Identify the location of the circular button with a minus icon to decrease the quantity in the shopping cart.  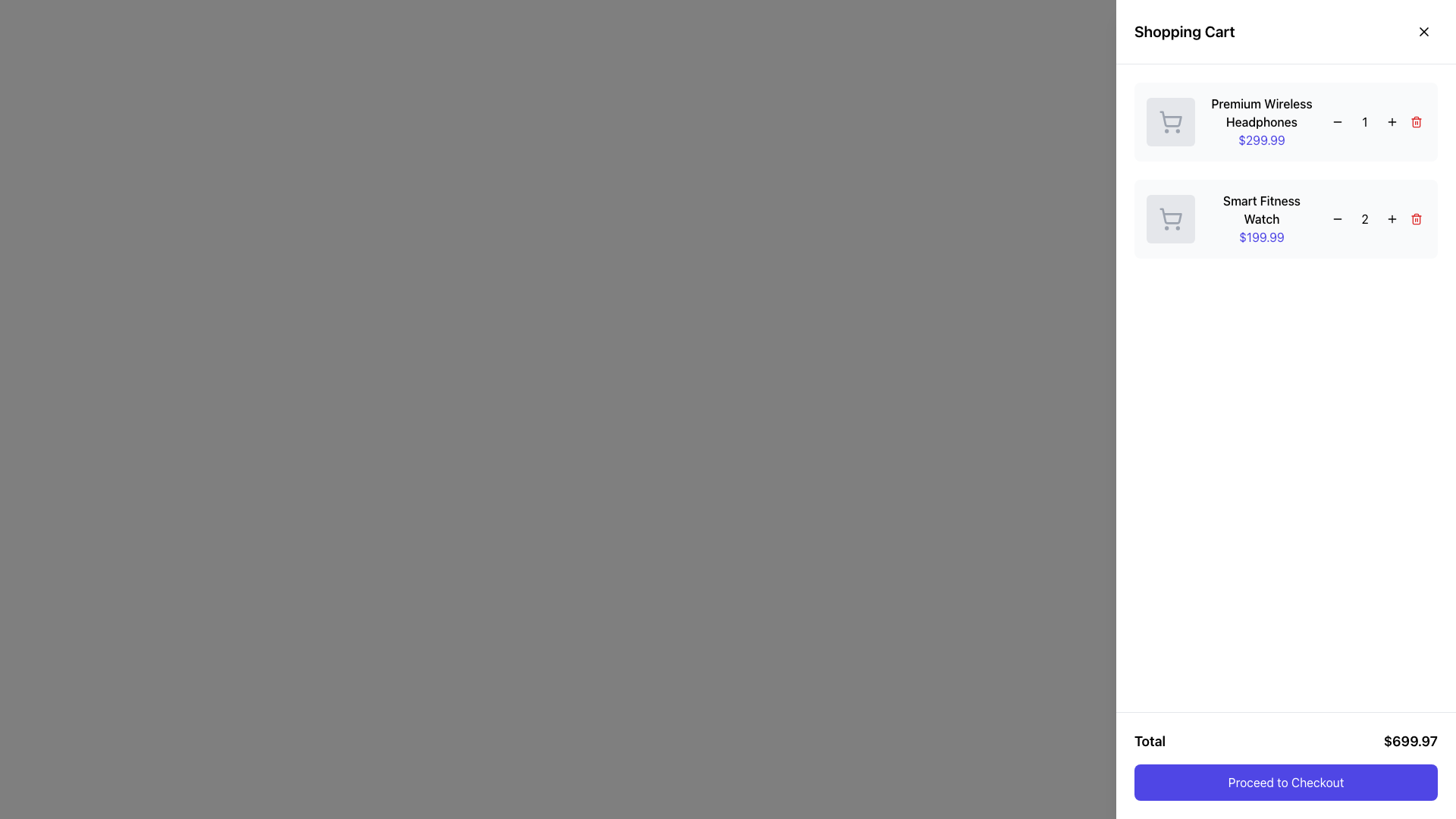
(1337, 121).